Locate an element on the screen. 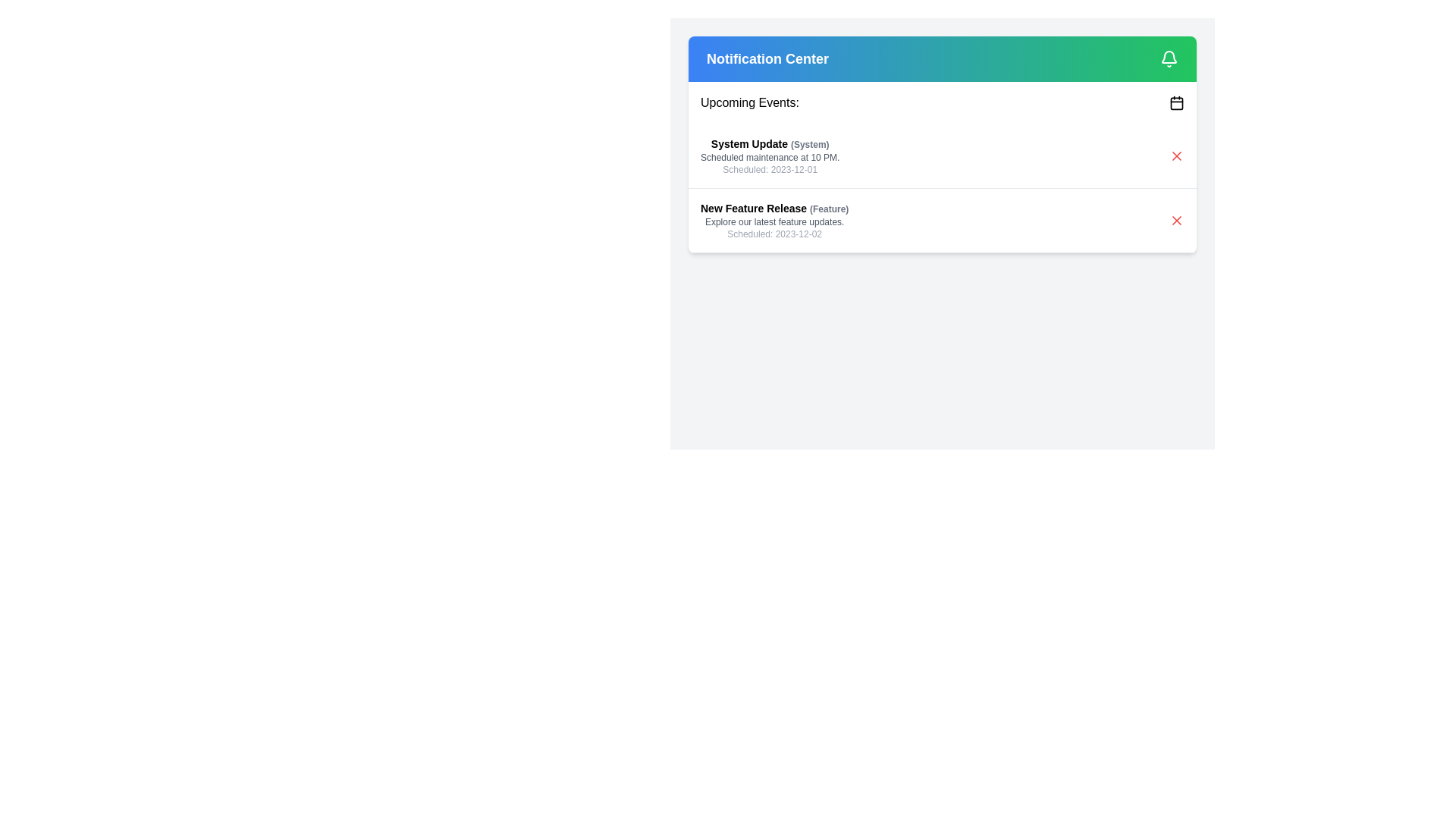 This screenshot has height=819, width=1456. text located in the second line of the first notification entry, which provides critical details about the timing of scheduled maintenance, found below the bold title 'System Update (System)' is located at coordinates (770, 158).